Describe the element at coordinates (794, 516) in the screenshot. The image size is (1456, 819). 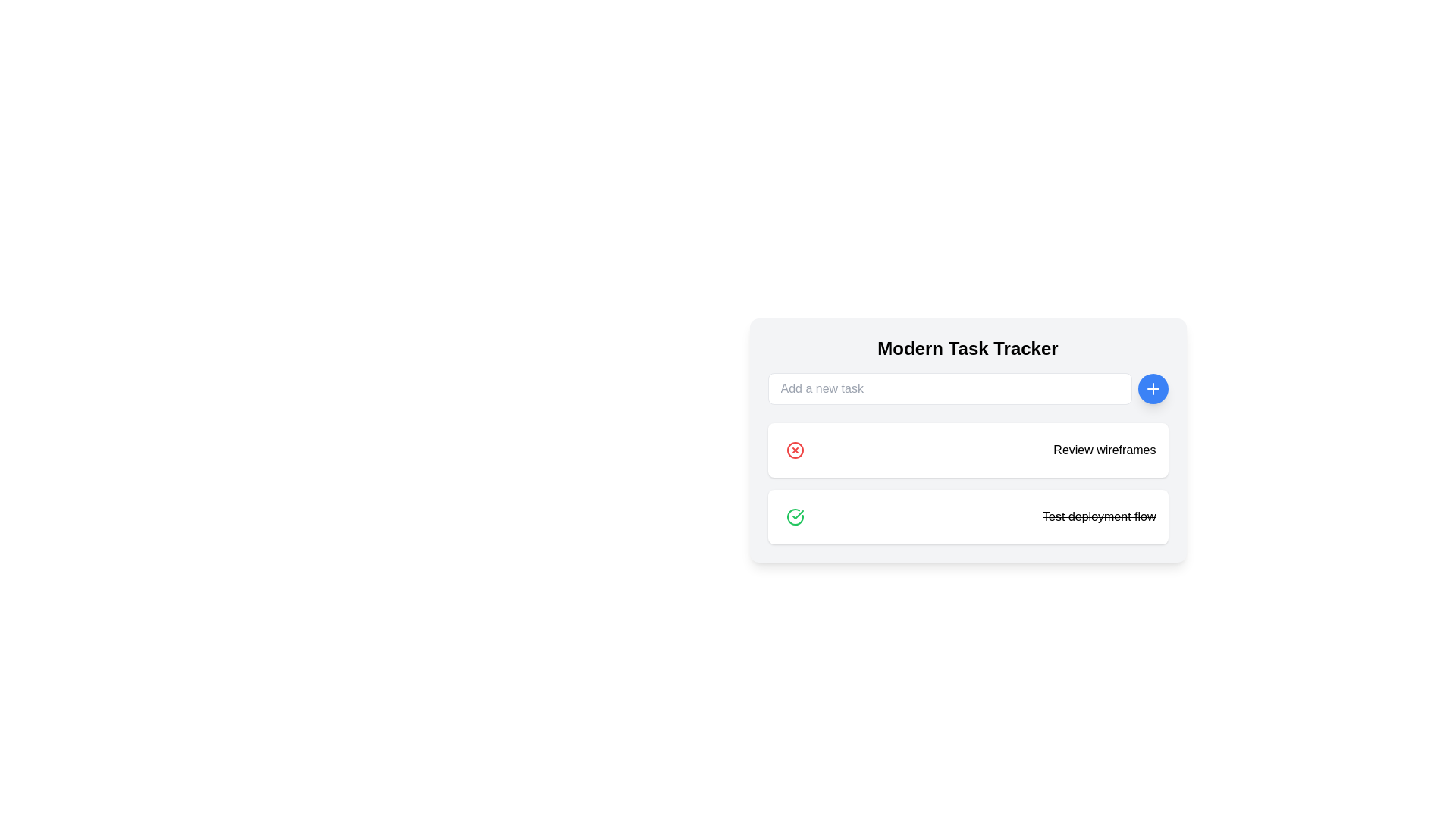
I see `the green circular icon with a checkmark located in the second task row of the task list` at that location.